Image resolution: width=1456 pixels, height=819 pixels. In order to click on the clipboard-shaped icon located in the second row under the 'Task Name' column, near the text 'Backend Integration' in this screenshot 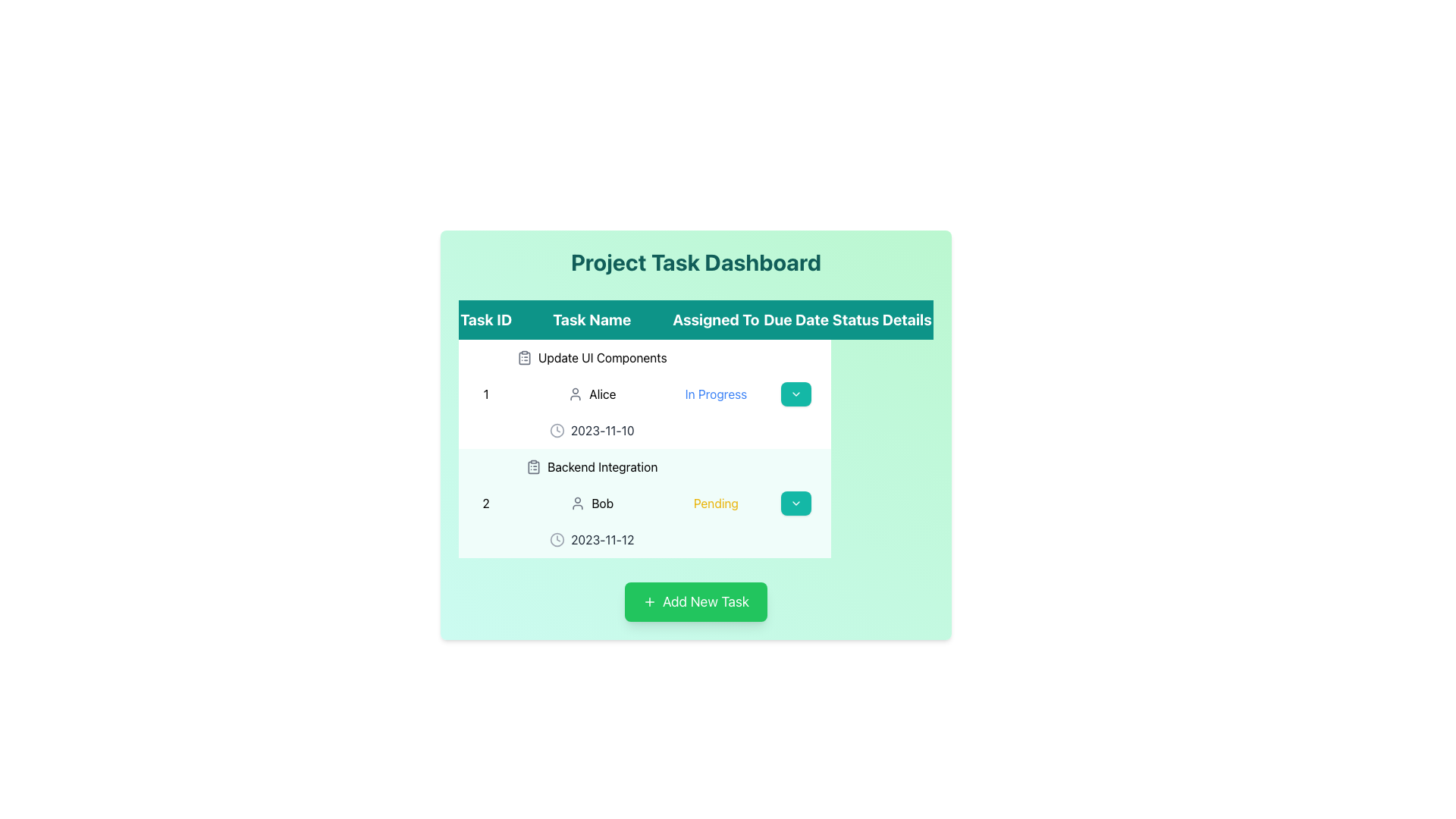, I will do `click(534, 466)`.